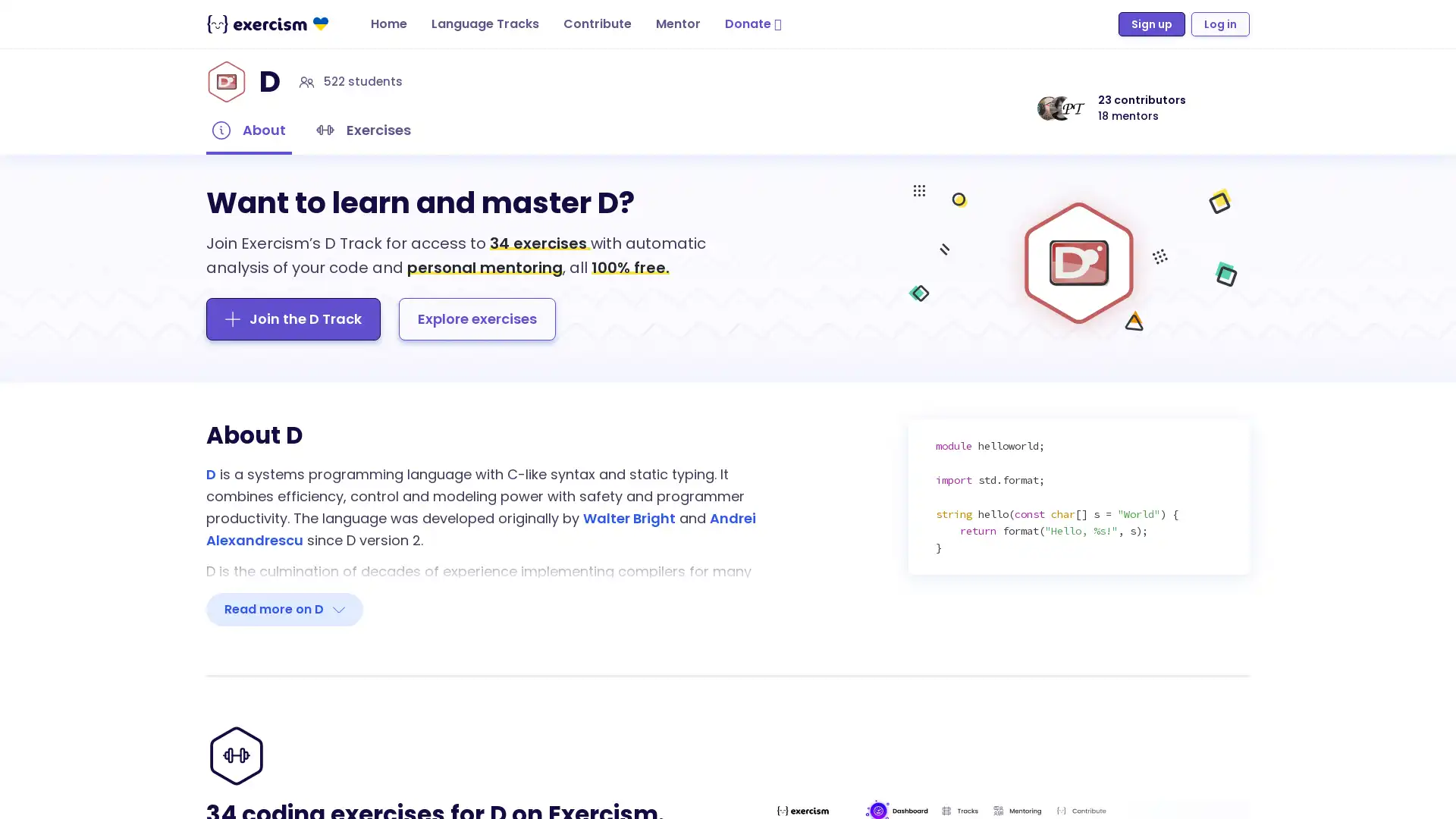 This screenshot has width=1456, height=819. Describe the element at coordinates (284, 608) in the screenshot. I see `Read more on D` at that location.